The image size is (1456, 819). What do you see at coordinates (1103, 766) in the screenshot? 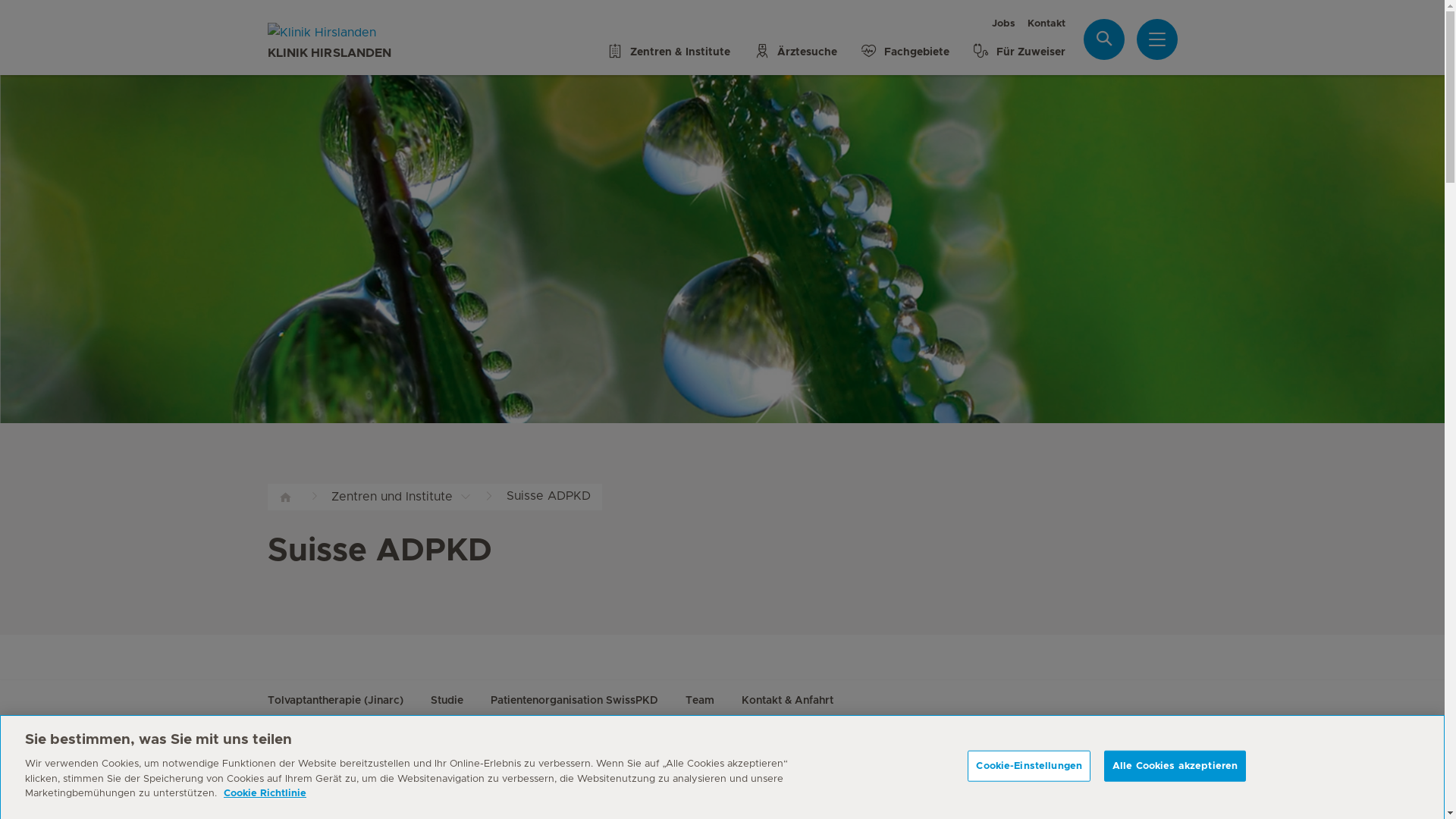
I see `'Alle Cookies akzeptieren'` at bounding box center [1103, 766].